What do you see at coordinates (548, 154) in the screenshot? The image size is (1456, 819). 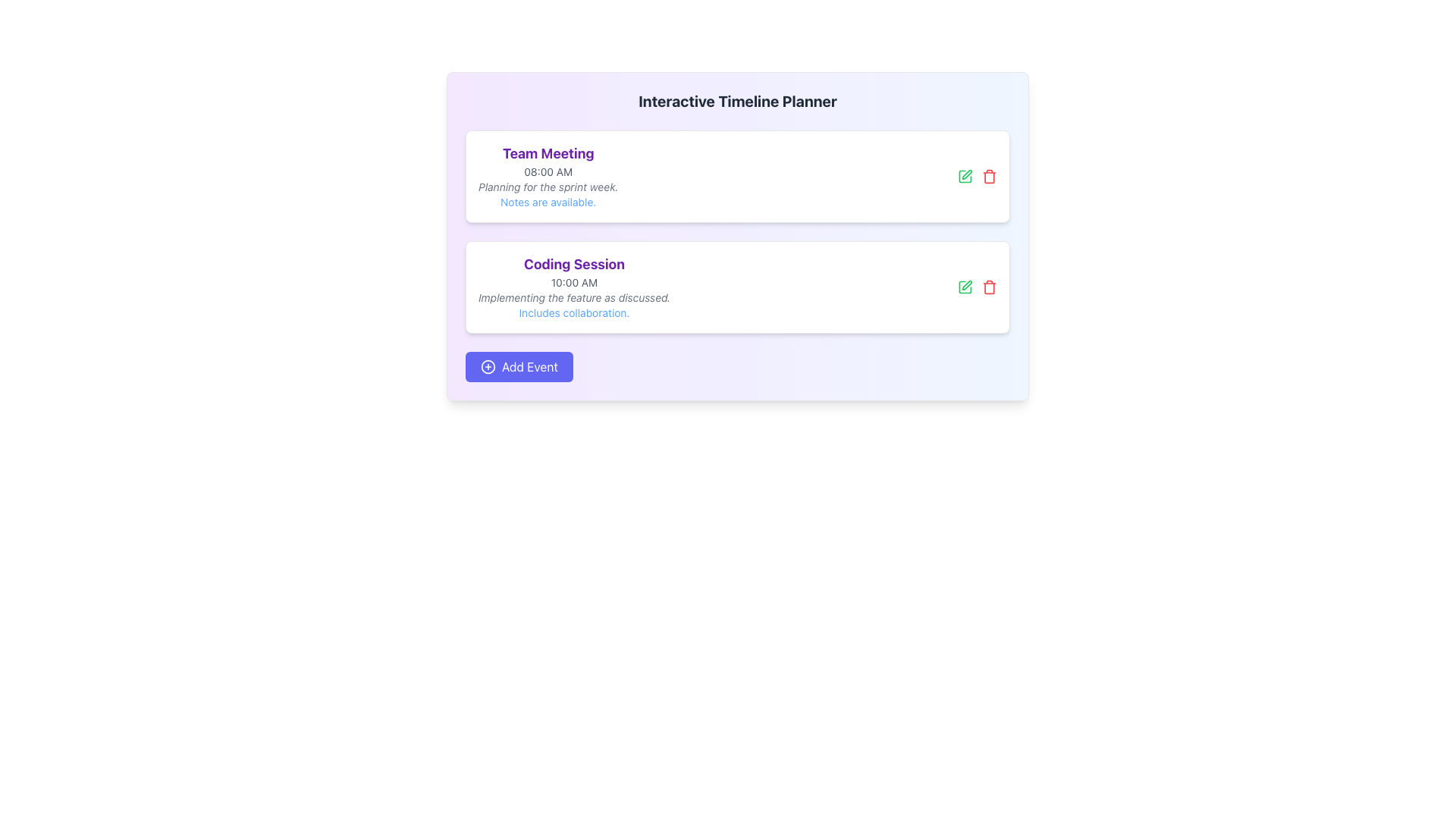 I see `the non-interactive header label for the 'Team Meeting' section, which is positioned above the time '08:00 AM' and description text` at bounding box center [548, 154].